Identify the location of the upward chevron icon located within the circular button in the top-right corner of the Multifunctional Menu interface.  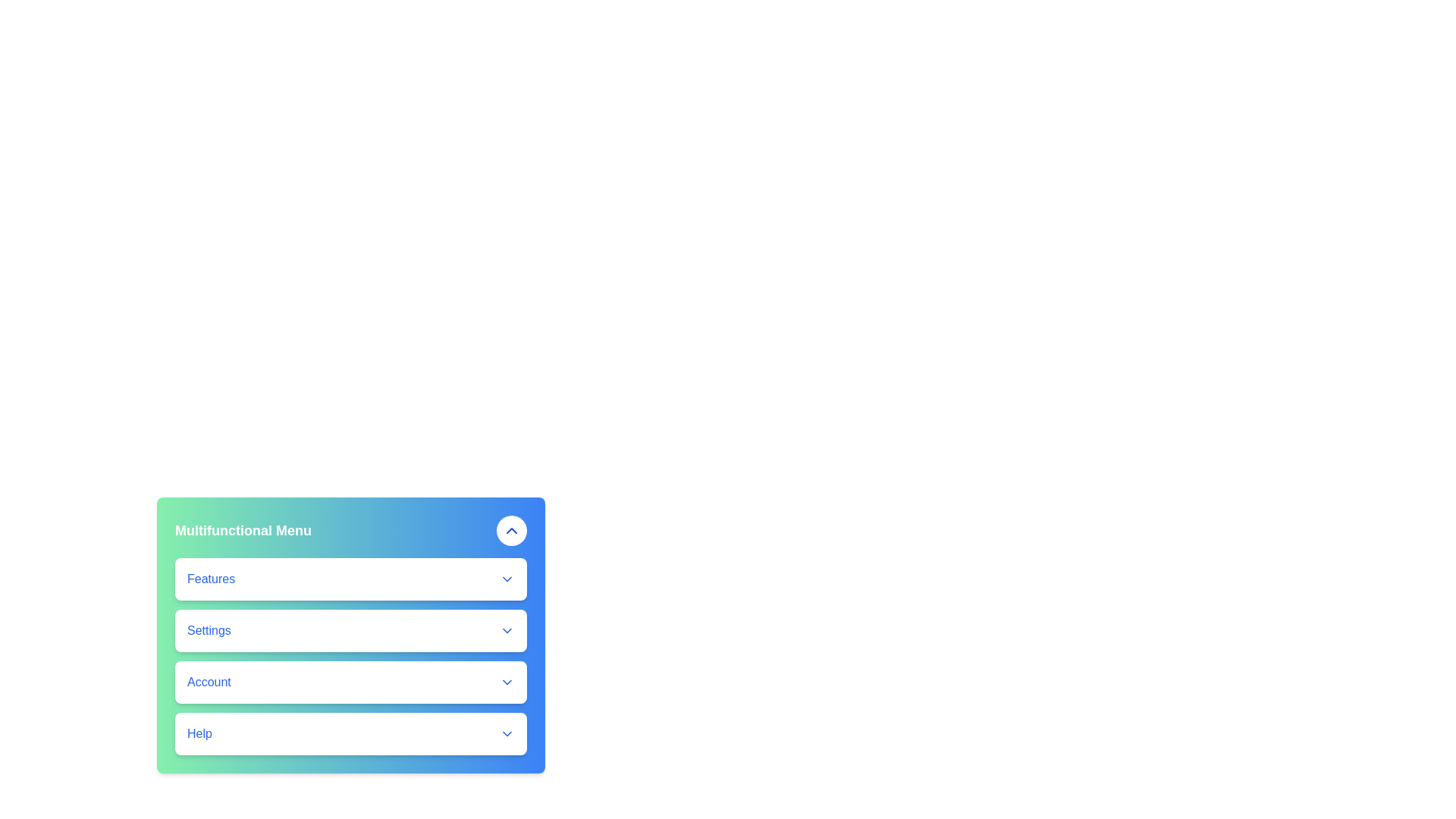
(512, 529).